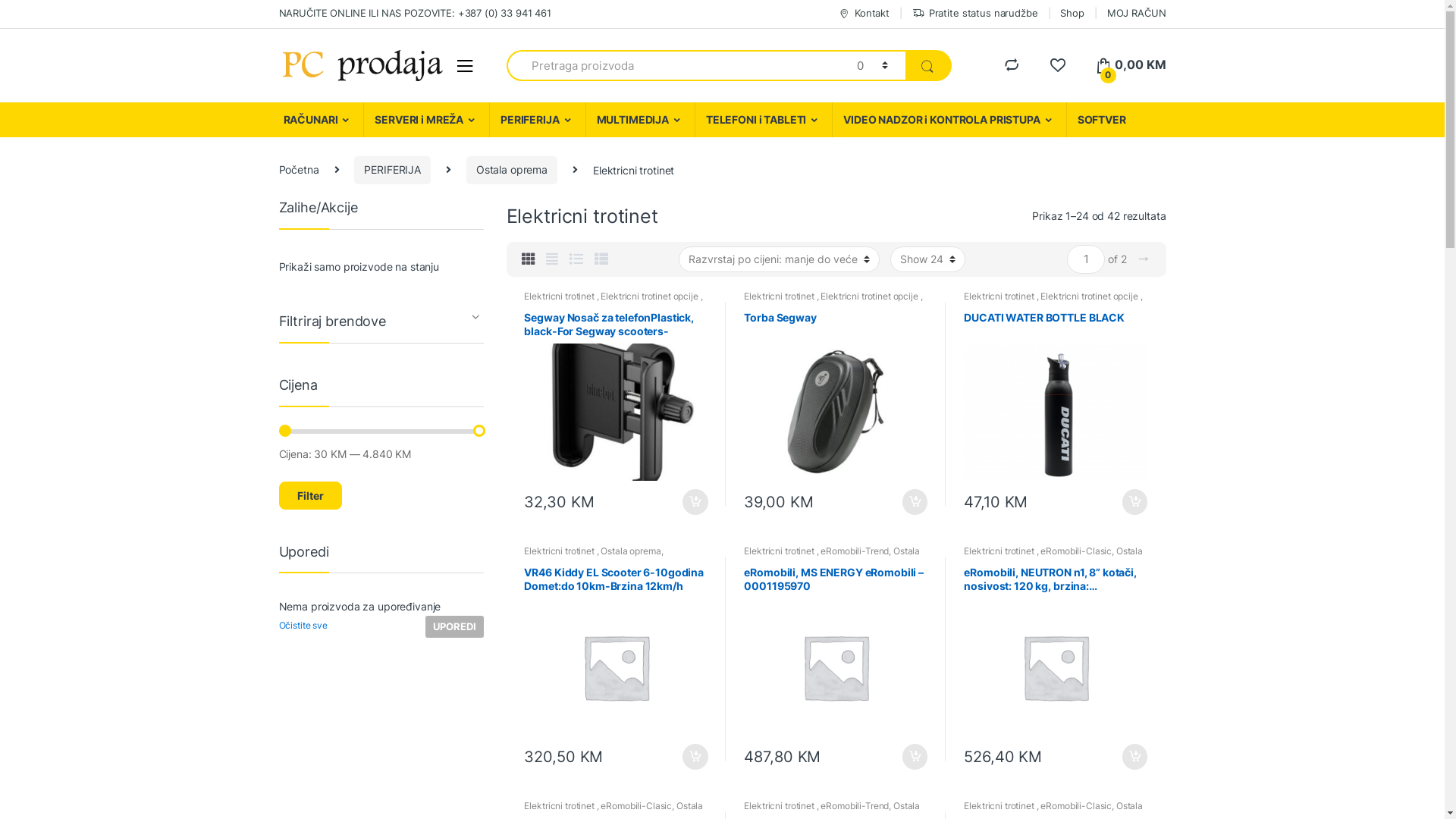 The height and width of the screenshot is (819, 1456). What do you see at coordinates (425, 626) in the screenshot?
I see `'UPOREDI'` at bounding box center [425, 626].